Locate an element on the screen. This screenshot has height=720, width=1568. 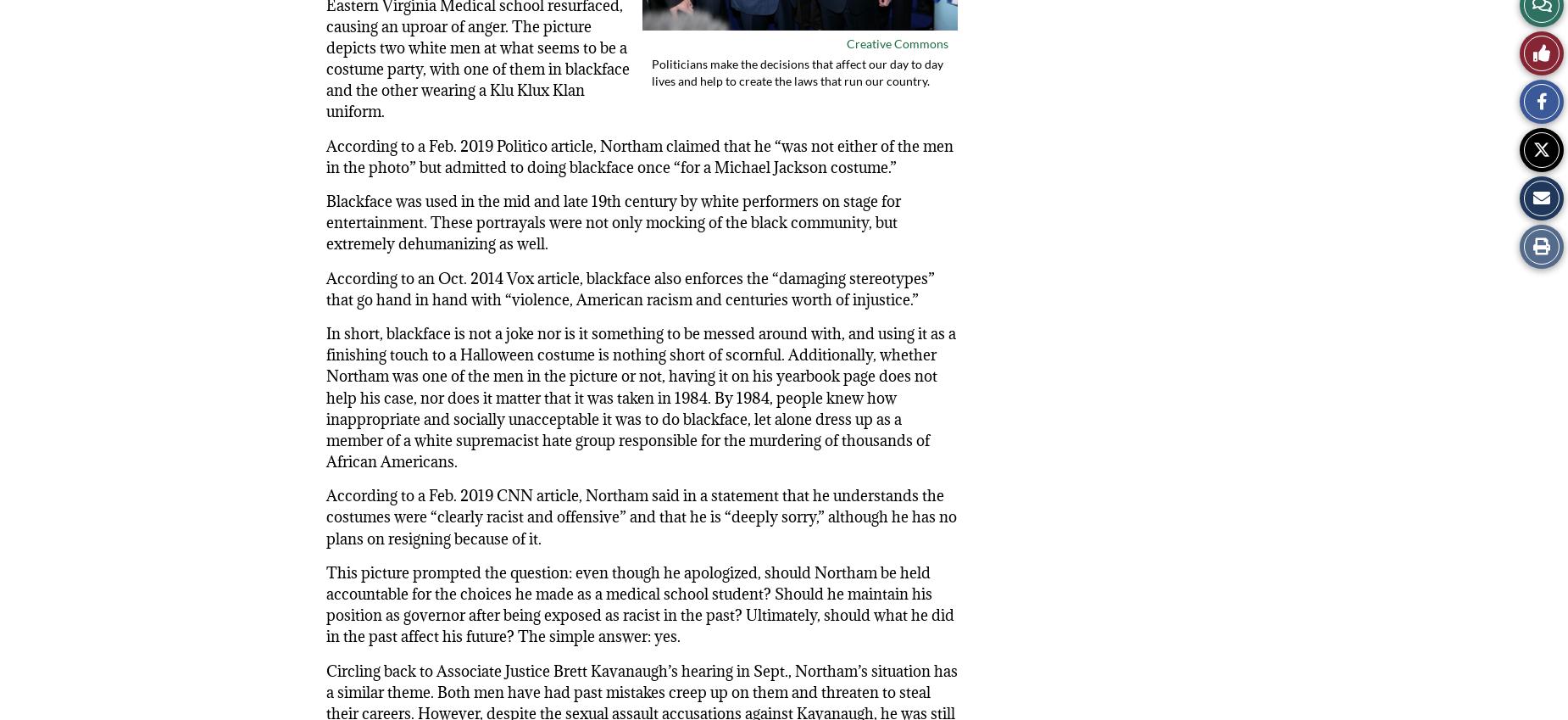
'According to an Oct. 2014 Vox article, blackface also enforces the “damaging stereotypes” that go hand in hand with “violence, American racism and centuries worth of injustice.”' is located at coordinates (631, 288).